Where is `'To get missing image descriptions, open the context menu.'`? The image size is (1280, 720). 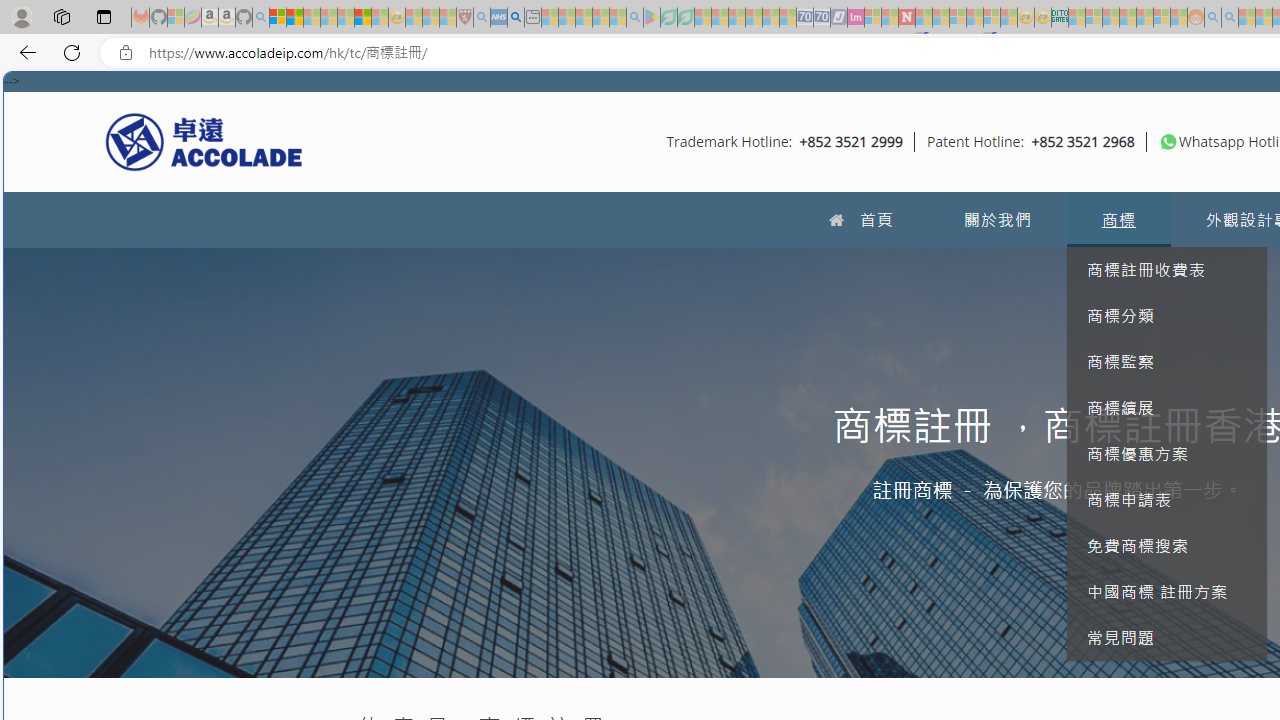
'To get missing image descriptions, open the context menu.' is located at coordinates (1168, 140).